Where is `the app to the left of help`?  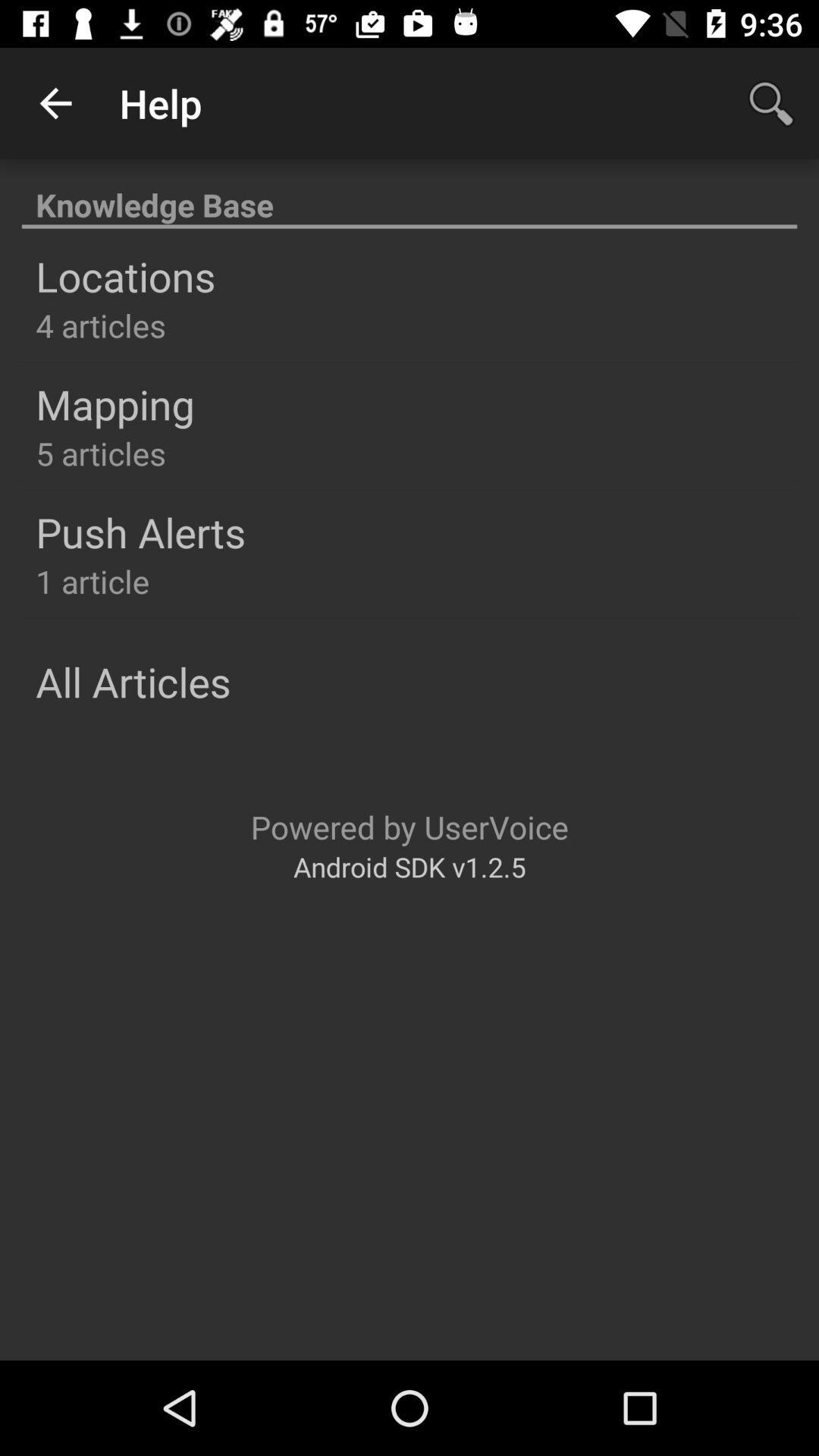
the app to the left of help is located at coordinates (55, 102).